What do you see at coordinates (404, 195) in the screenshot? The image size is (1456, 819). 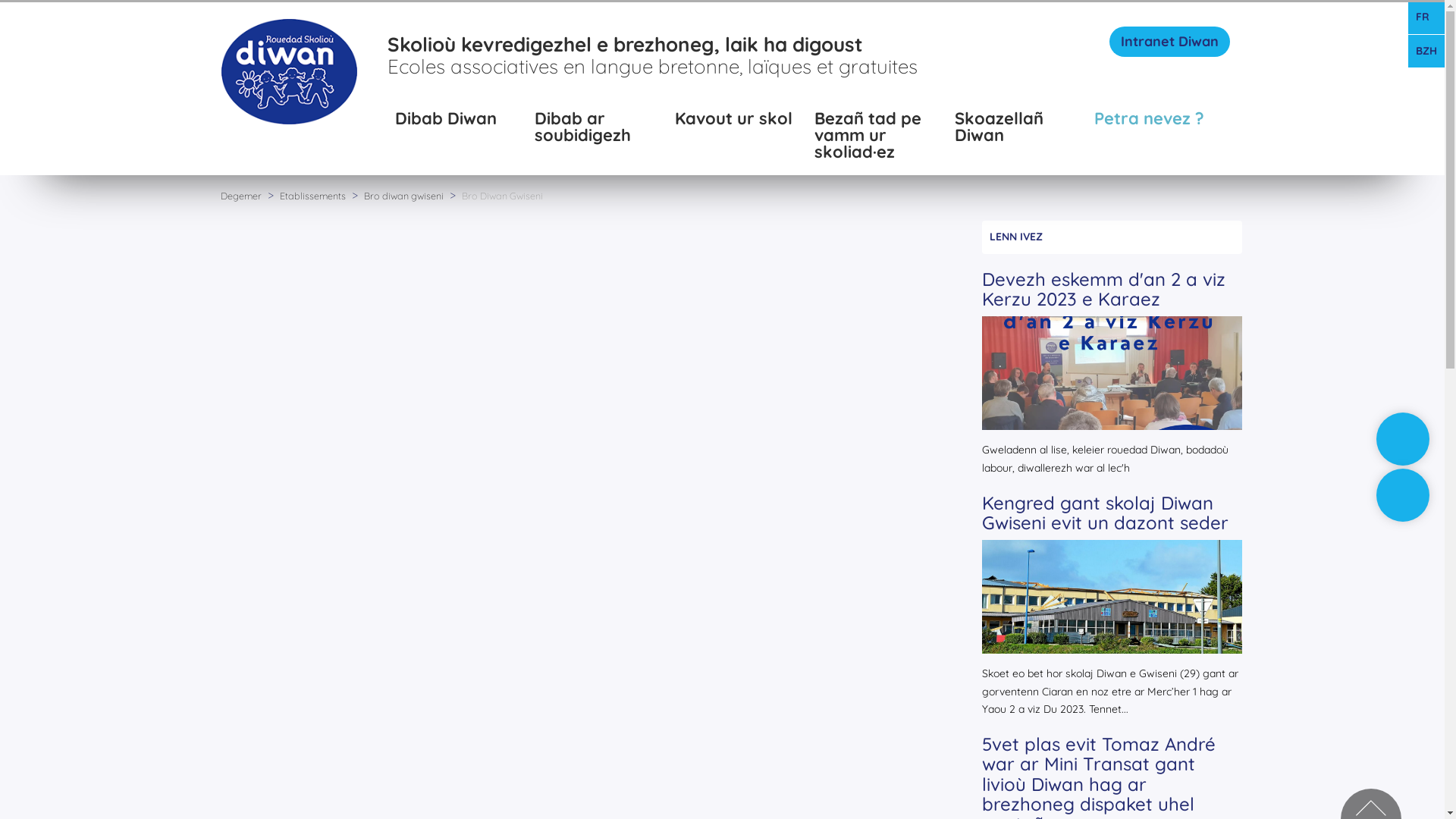 I see `'Bro diwan gwiseni'` at bounding box center [404, 195].